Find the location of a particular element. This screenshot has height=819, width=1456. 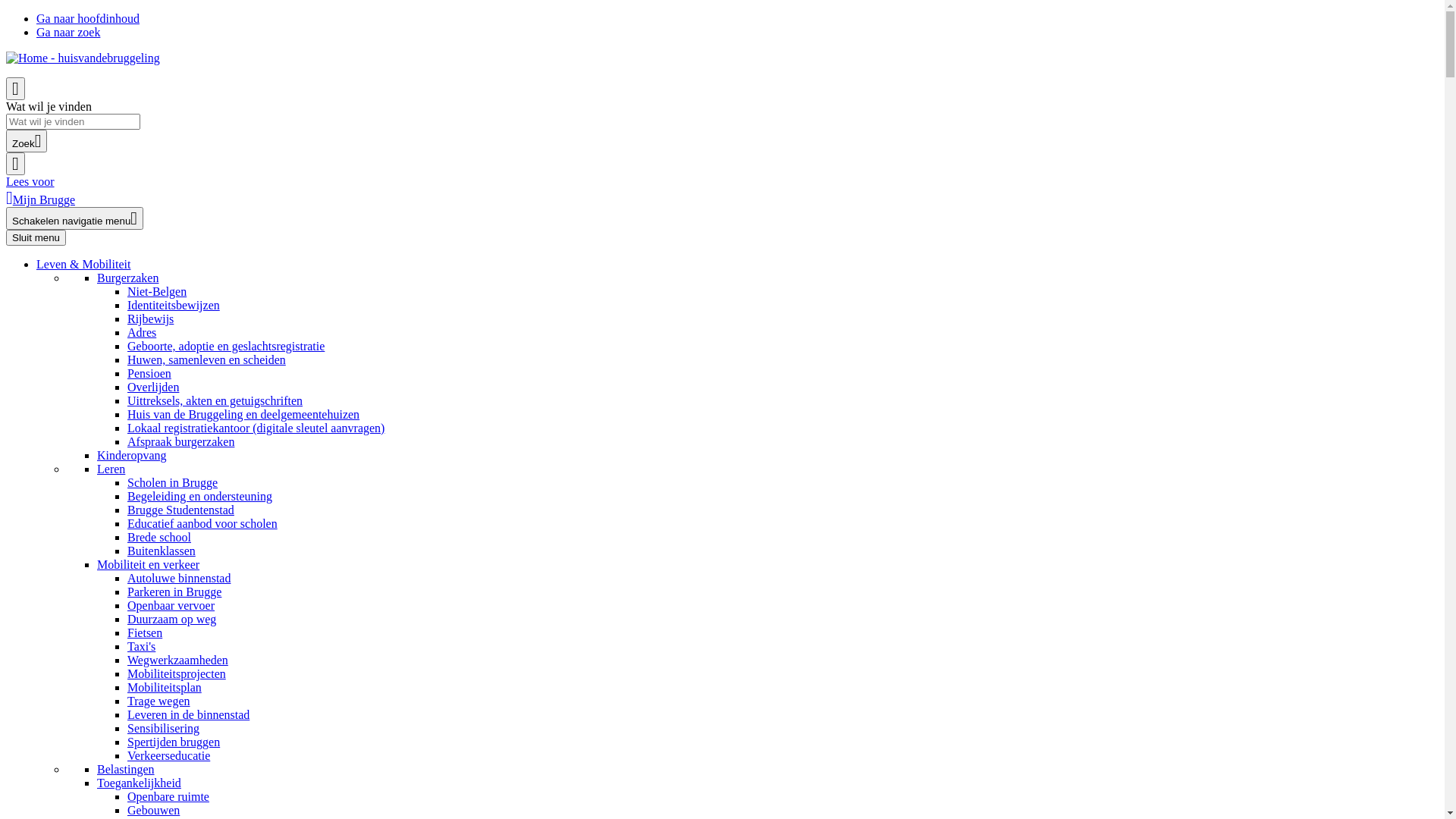

'Ga naar hoofdinhoud' is located at coordinates (86, 18).